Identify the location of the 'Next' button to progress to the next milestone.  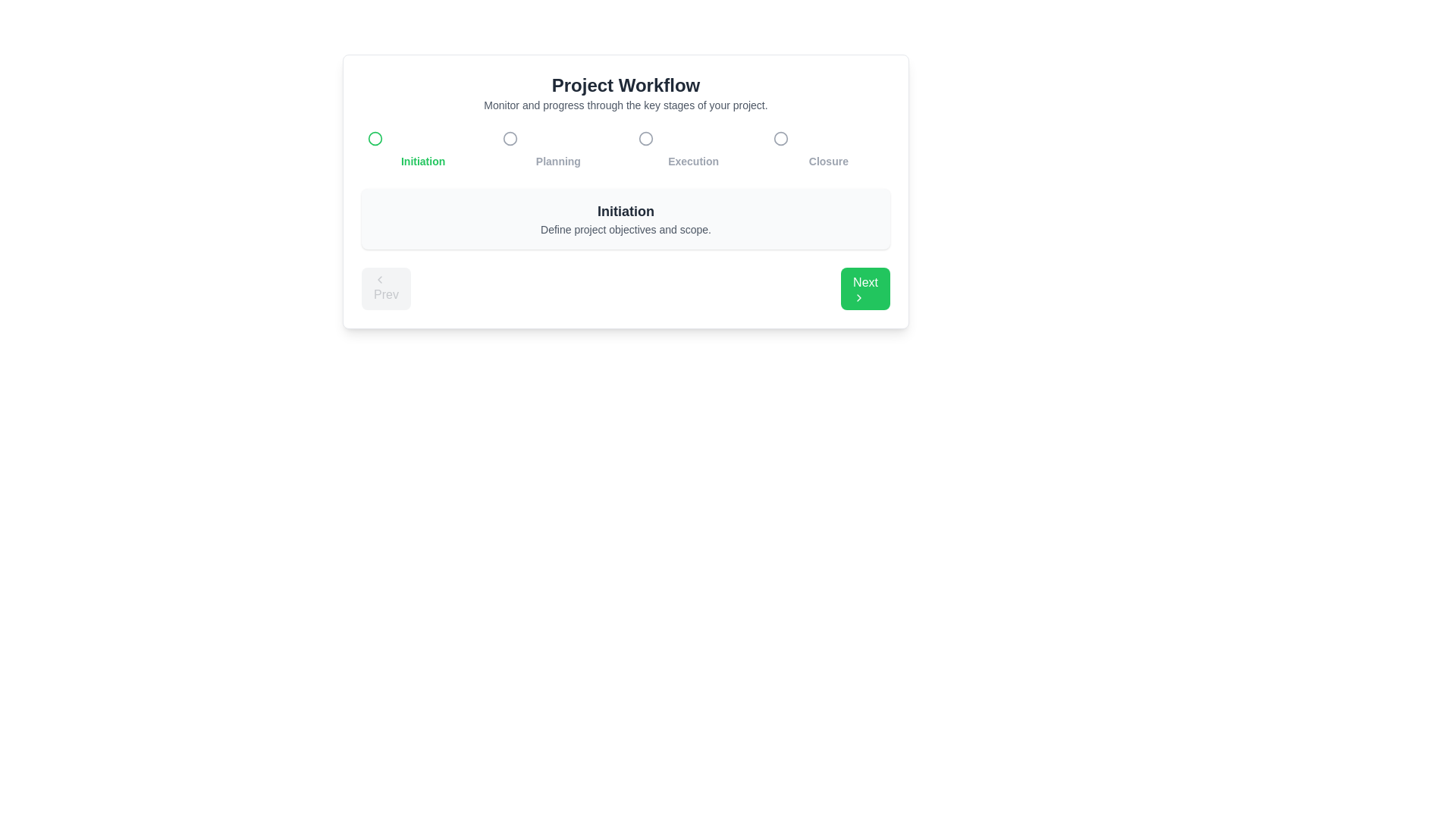
(865, 289).